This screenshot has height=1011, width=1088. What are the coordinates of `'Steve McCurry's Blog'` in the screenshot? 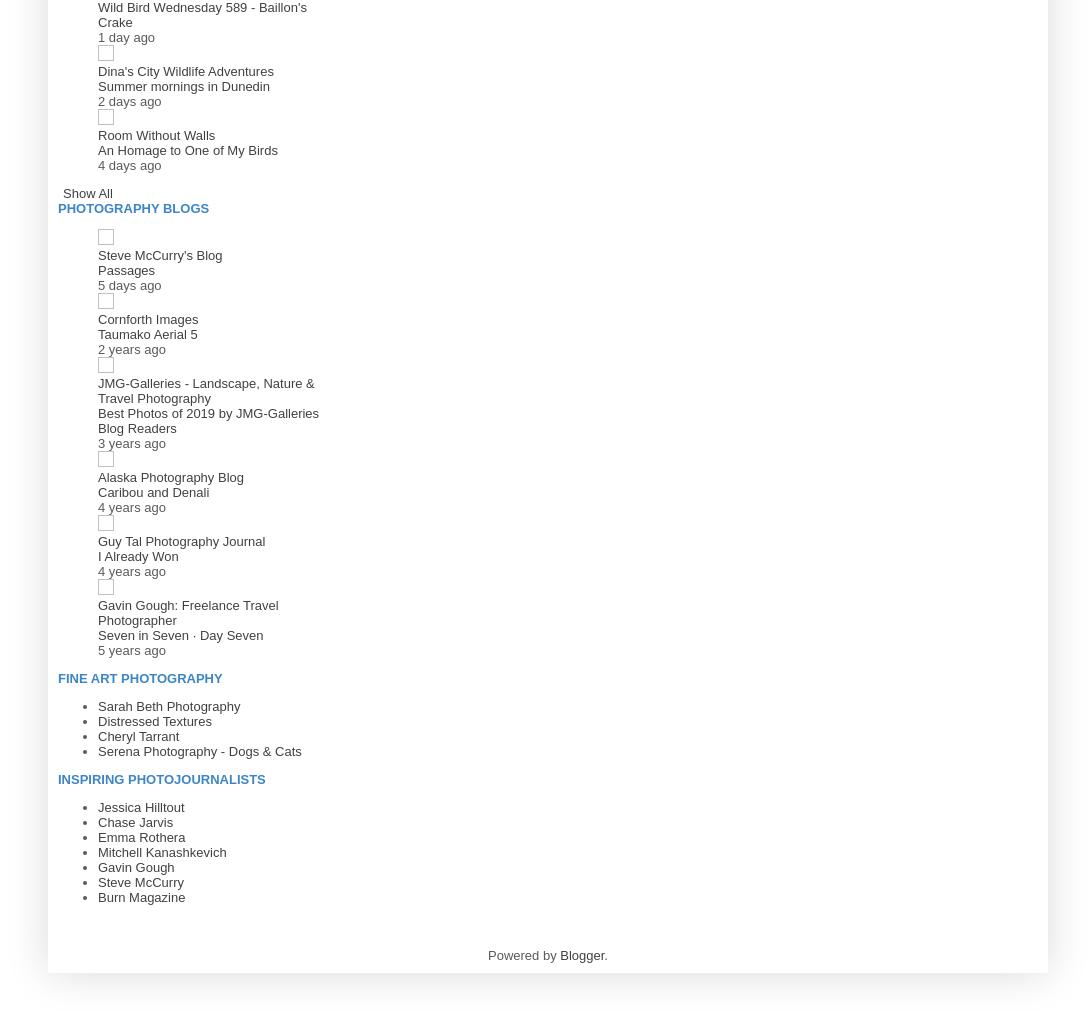 It's located at (159, 254).